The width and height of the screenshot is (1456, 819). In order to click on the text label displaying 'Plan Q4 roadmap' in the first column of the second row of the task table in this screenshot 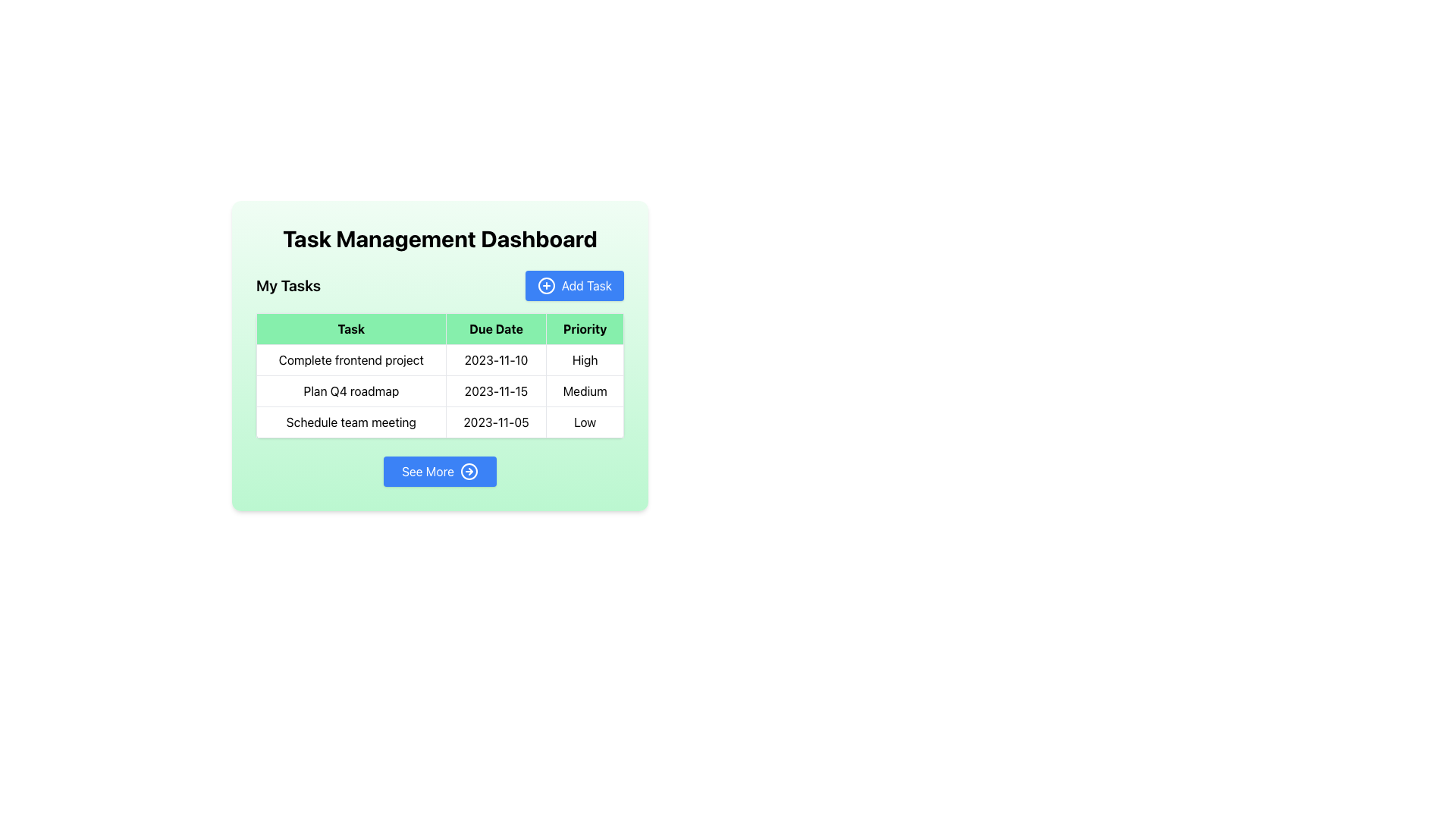, I will do `click(350, 391)`.